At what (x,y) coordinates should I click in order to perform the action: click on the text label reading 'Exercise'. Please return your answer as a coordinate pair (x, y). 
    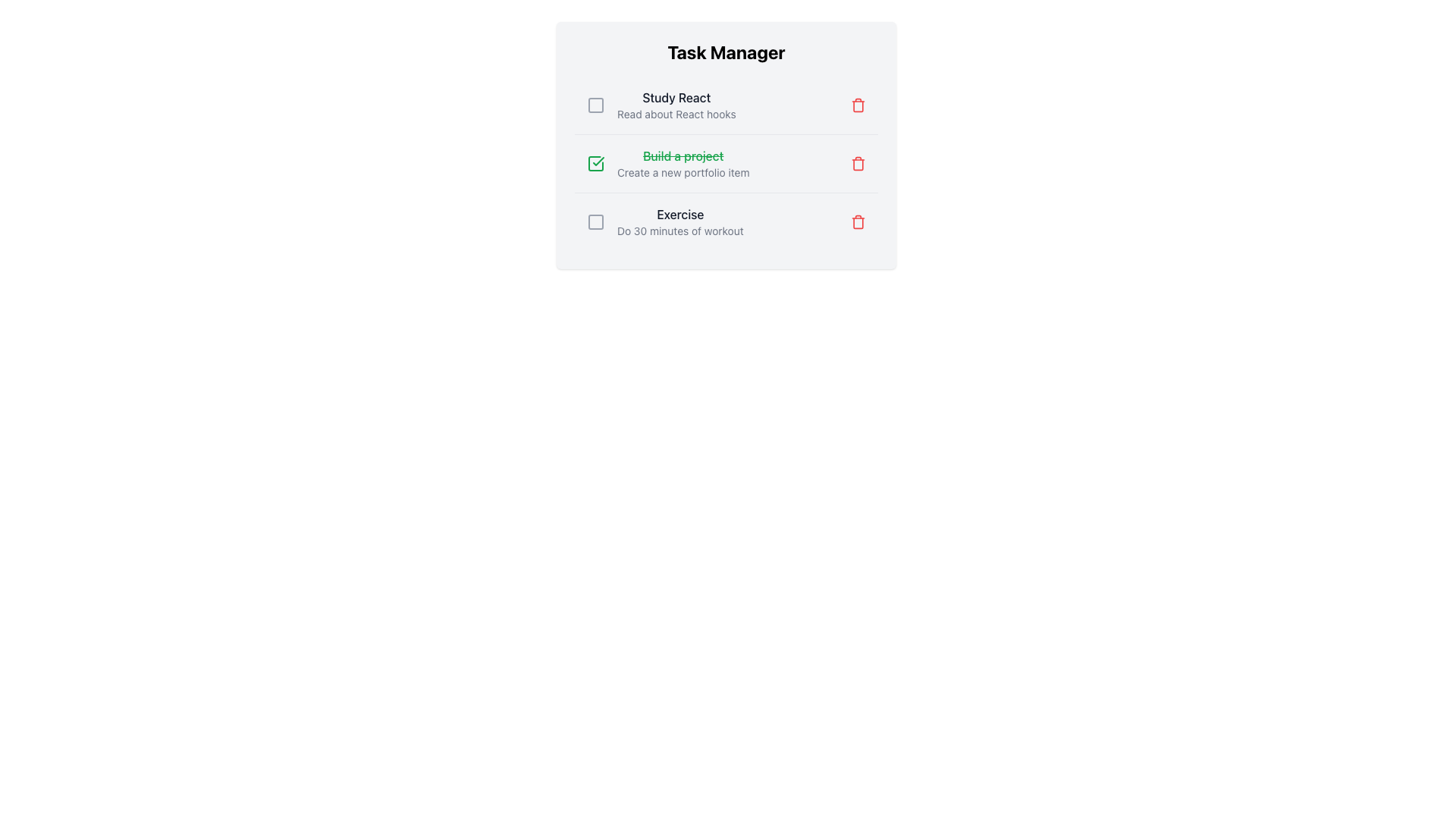
    Looking at the image, I should click on (679, 214).